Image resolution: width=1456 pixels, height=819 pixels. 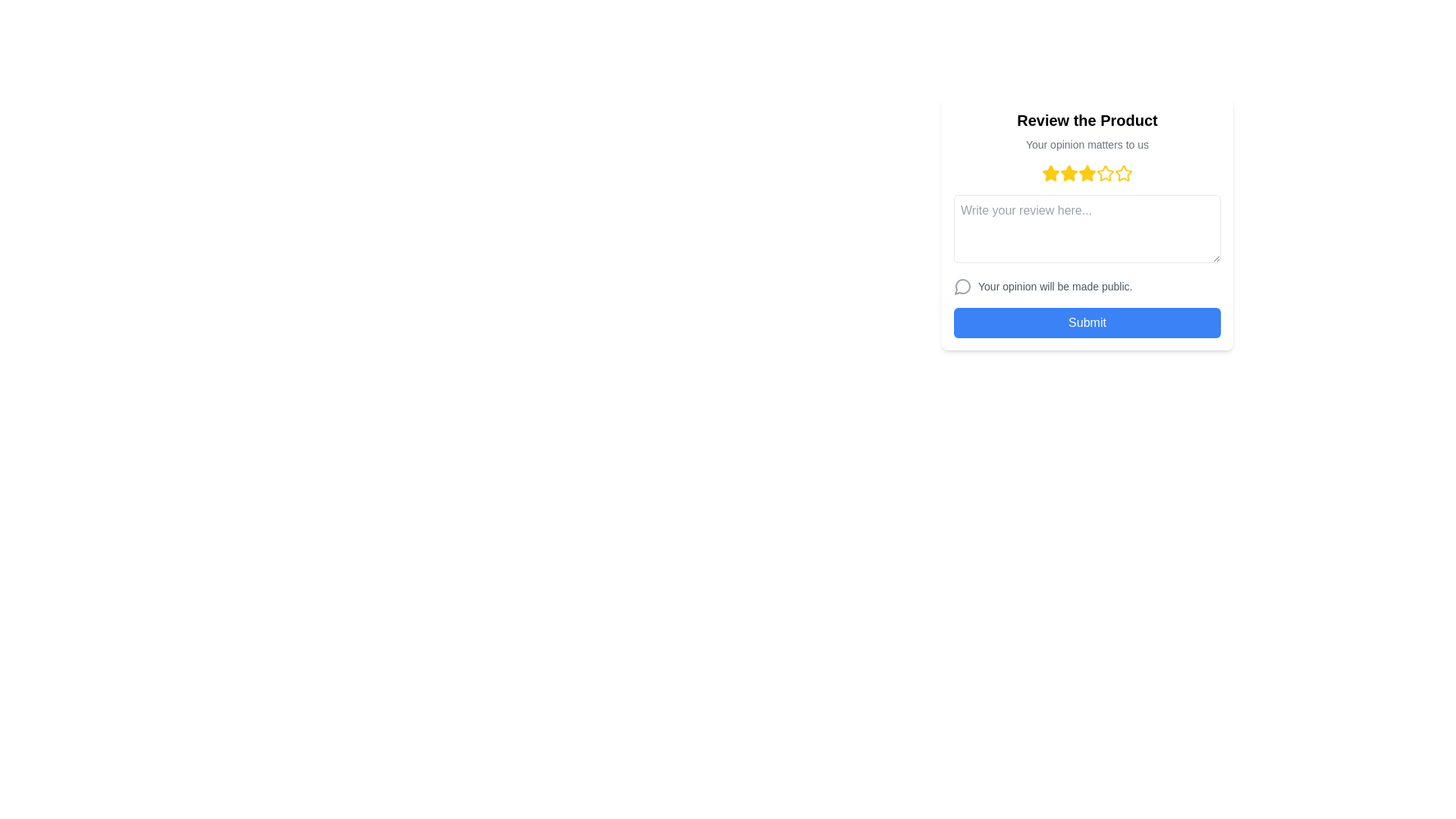 What do you see at coordinates (1050, 172) in the screenshot?
I see `the first Rating Star icon, which is outlined with a yellow fill and located in the top-center area of the review interface` at bounding box center [1050, 172].